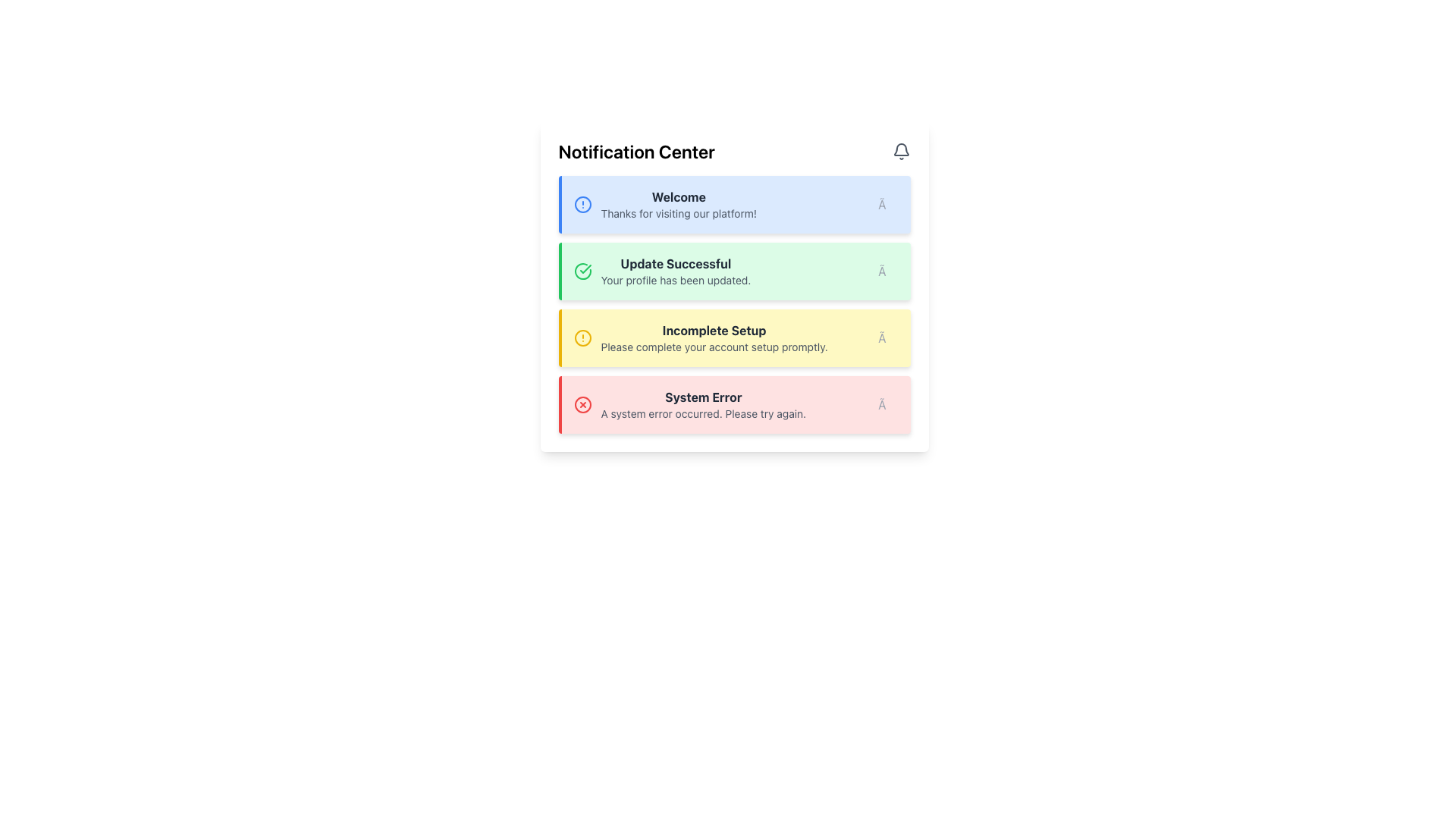 The image size is (1456, 819). I want to click on the dismiss '×' button on the top-right corner of the 'Update Successful' notification bar to trigger a style change, so click(888, 271).